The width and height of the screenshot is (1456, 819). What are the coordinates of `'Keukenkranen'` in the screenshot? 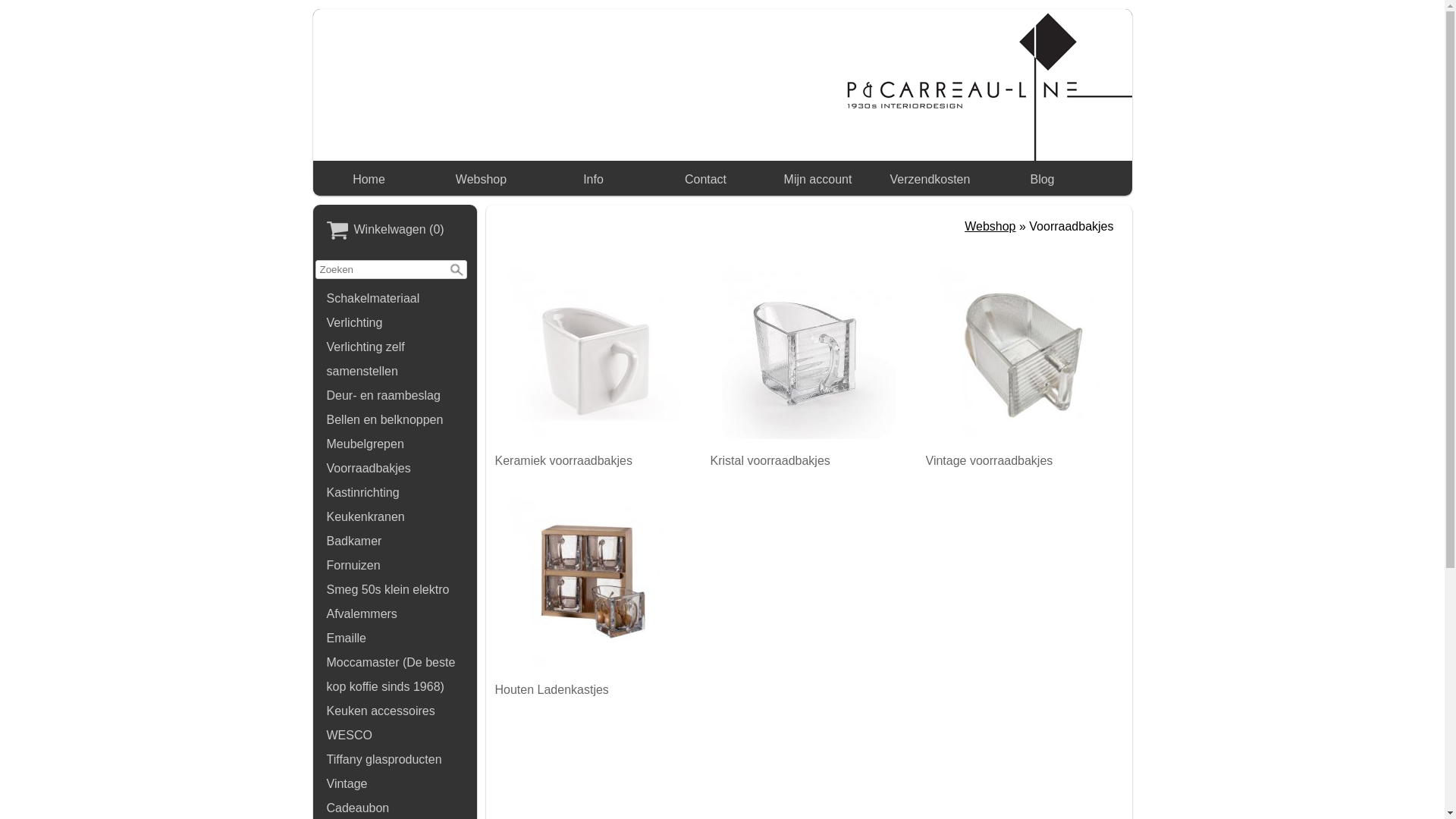 It's located at (315, 516).